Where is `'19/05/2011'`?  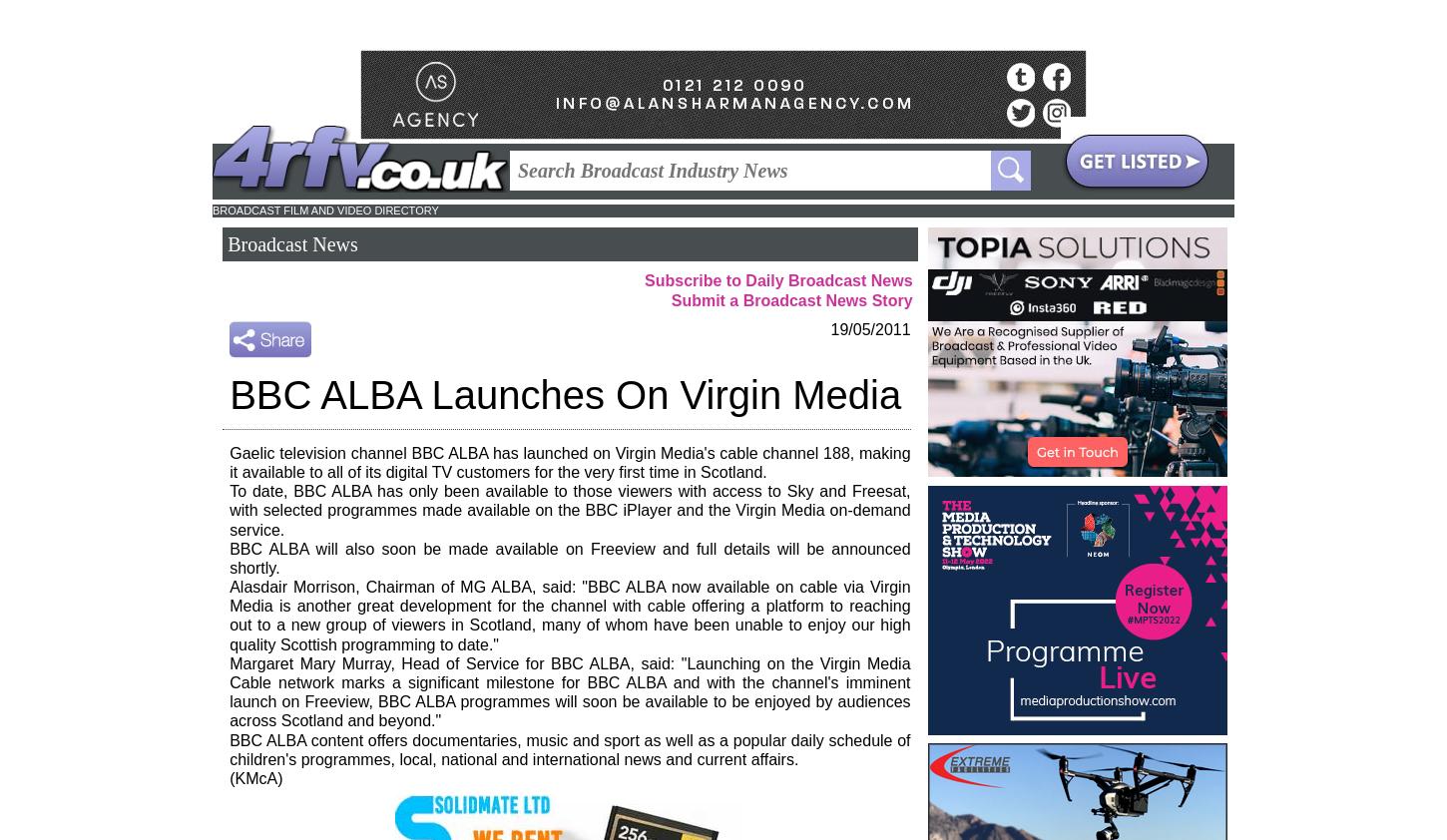
'19/05/2011' is located at coordinates (869, 328).